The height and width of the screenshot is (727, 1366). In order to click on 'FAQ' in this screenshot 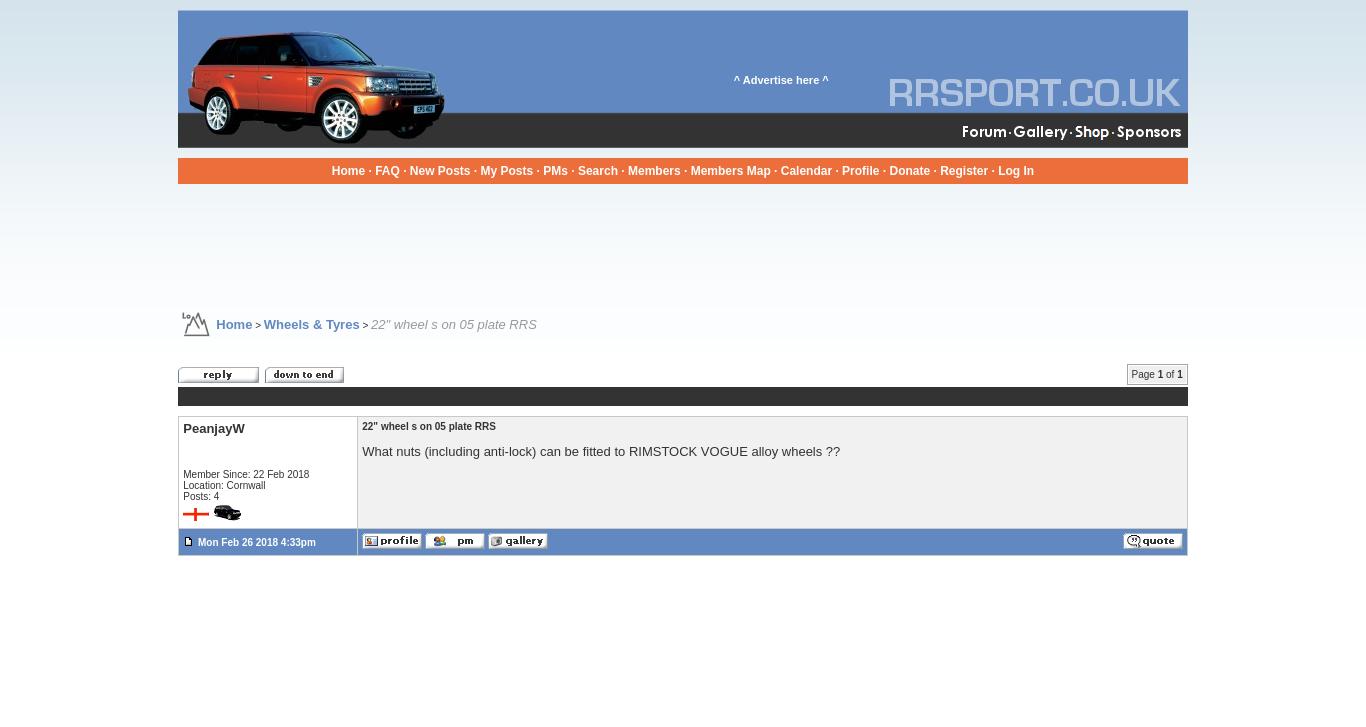, I will do `click(385, 170)`.